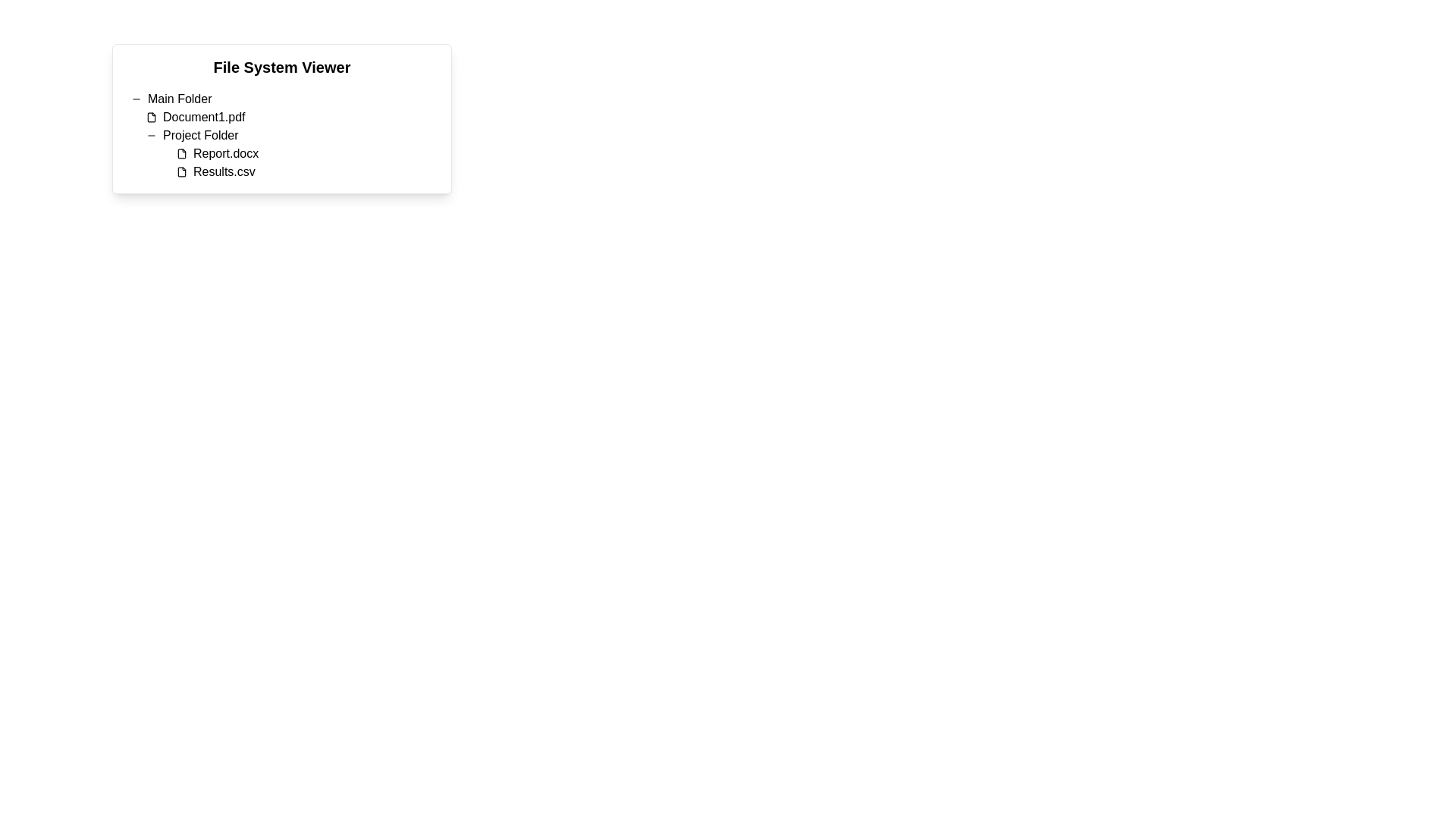 The height and width of the screenshot is (819, 1456). I want to click on the file icon representing 'Report.docx' located under 'Project Folder', so click(182, 154).